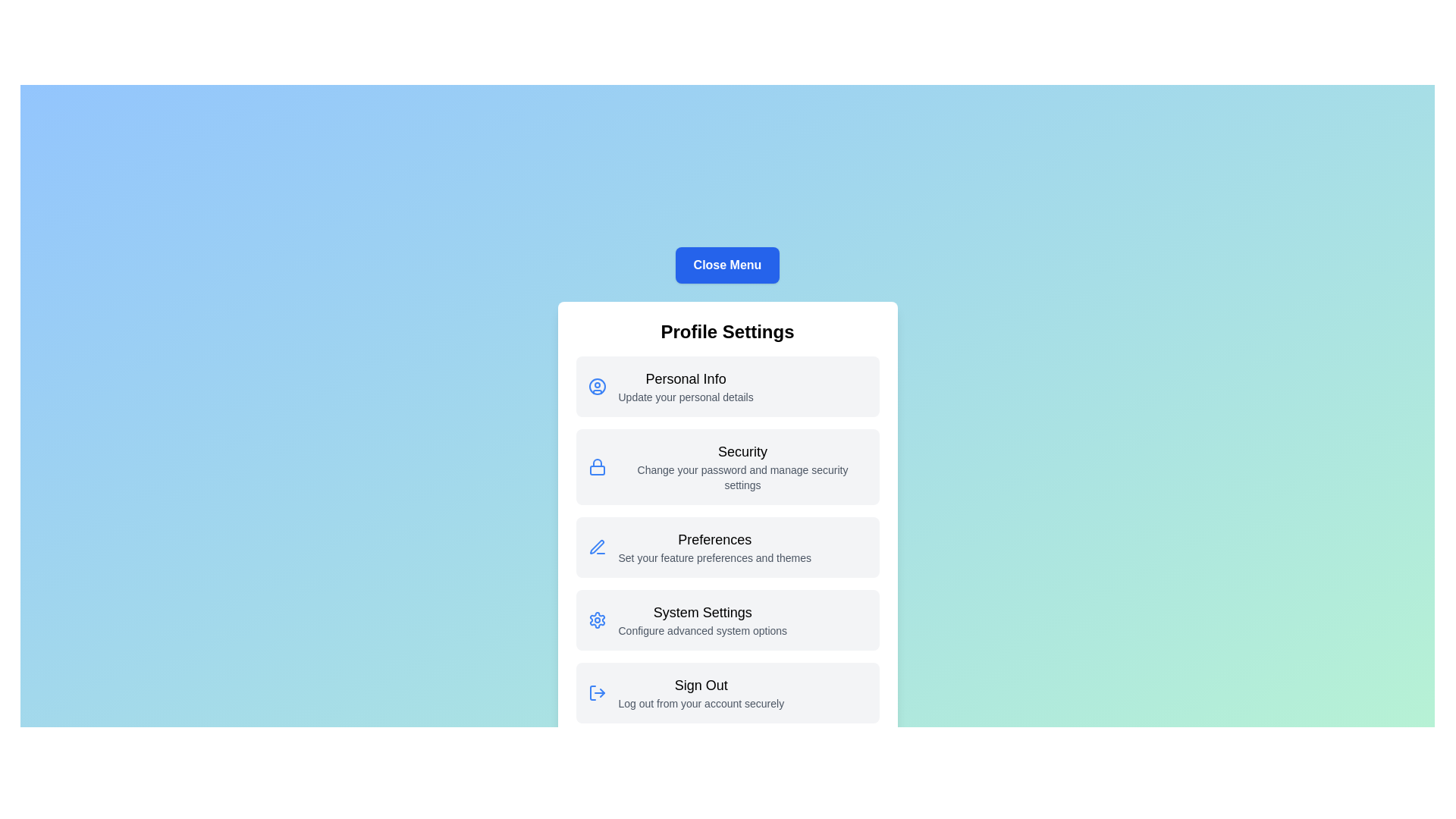 The height and width of the screenshot is (819, 1456). I want to click on the icon associated with the menu item Preferences, so click(596, 547).